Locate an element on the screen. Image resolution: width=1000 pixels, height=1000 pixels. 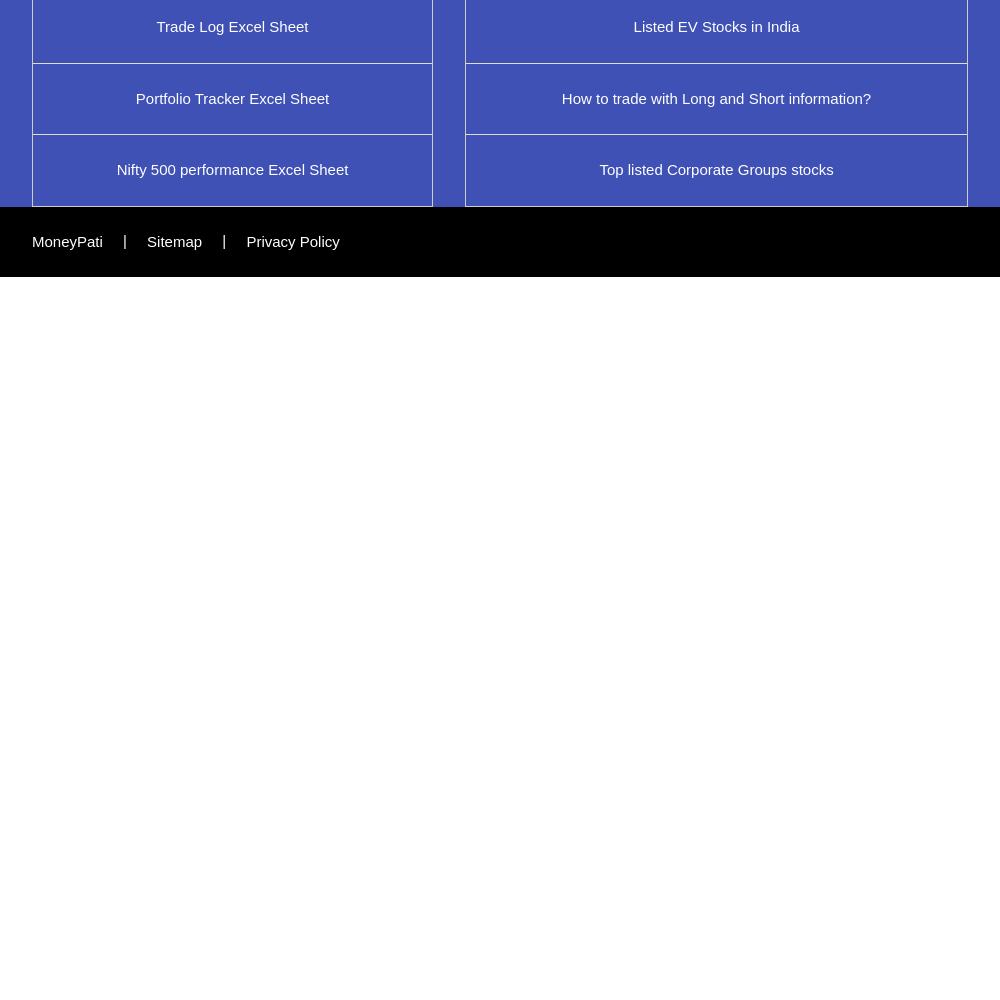
'How to trade with Long and Short information?' is located at coordinates (715, 96).